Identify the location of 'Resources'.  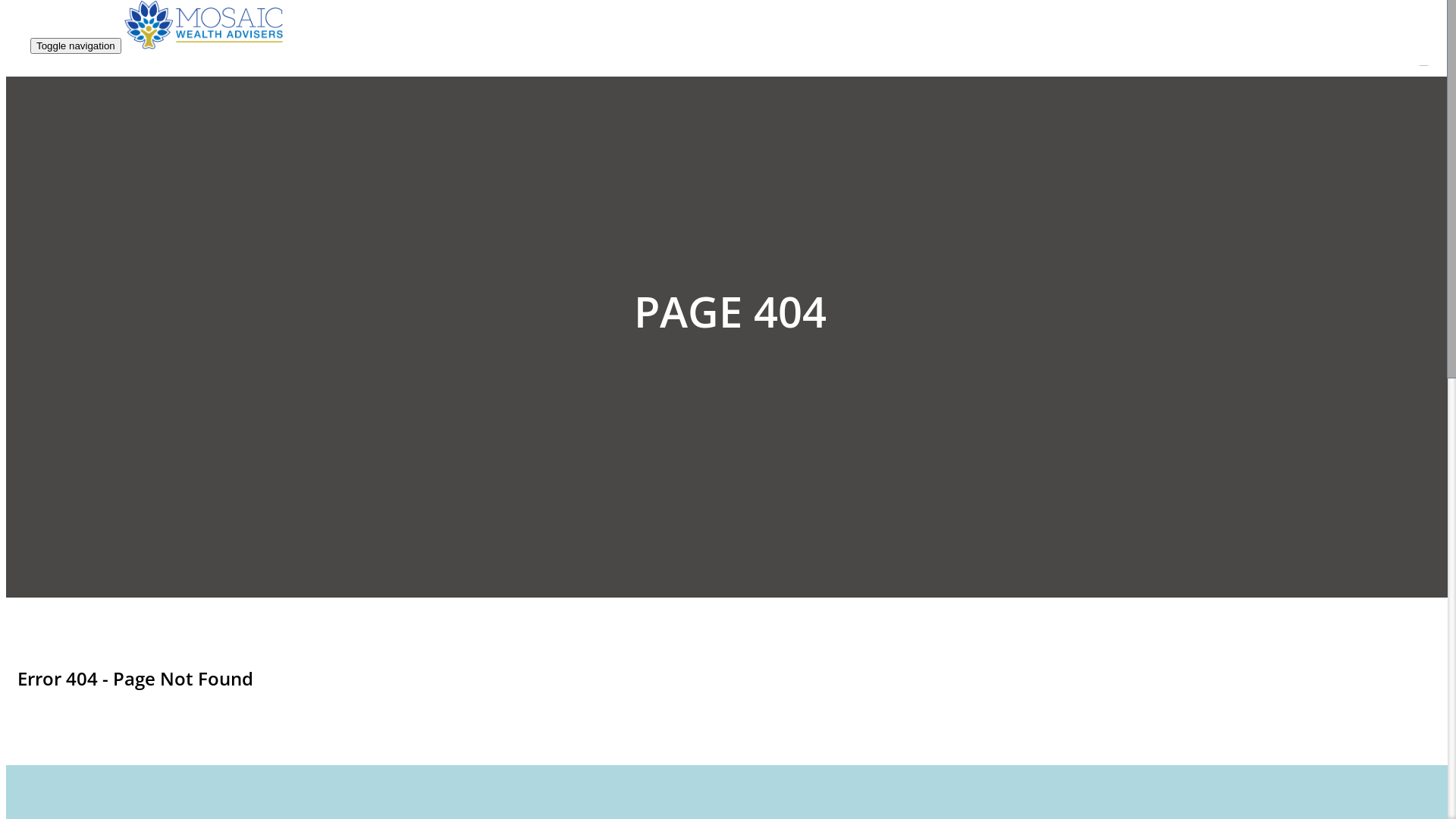
(1118, 342).